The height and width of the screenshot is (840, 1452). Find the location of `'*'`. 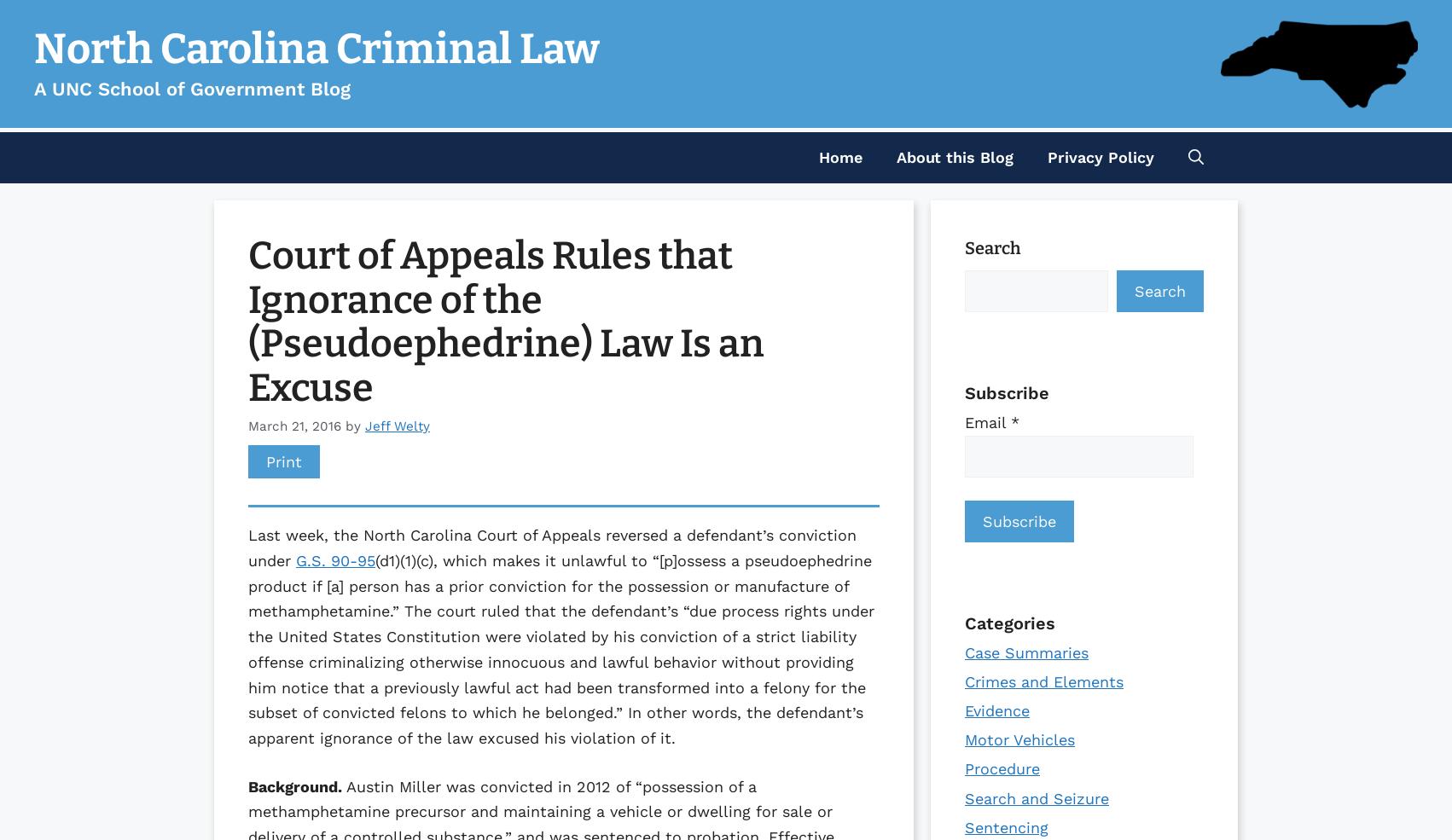

'*' is located at coordinates (1010, 422).